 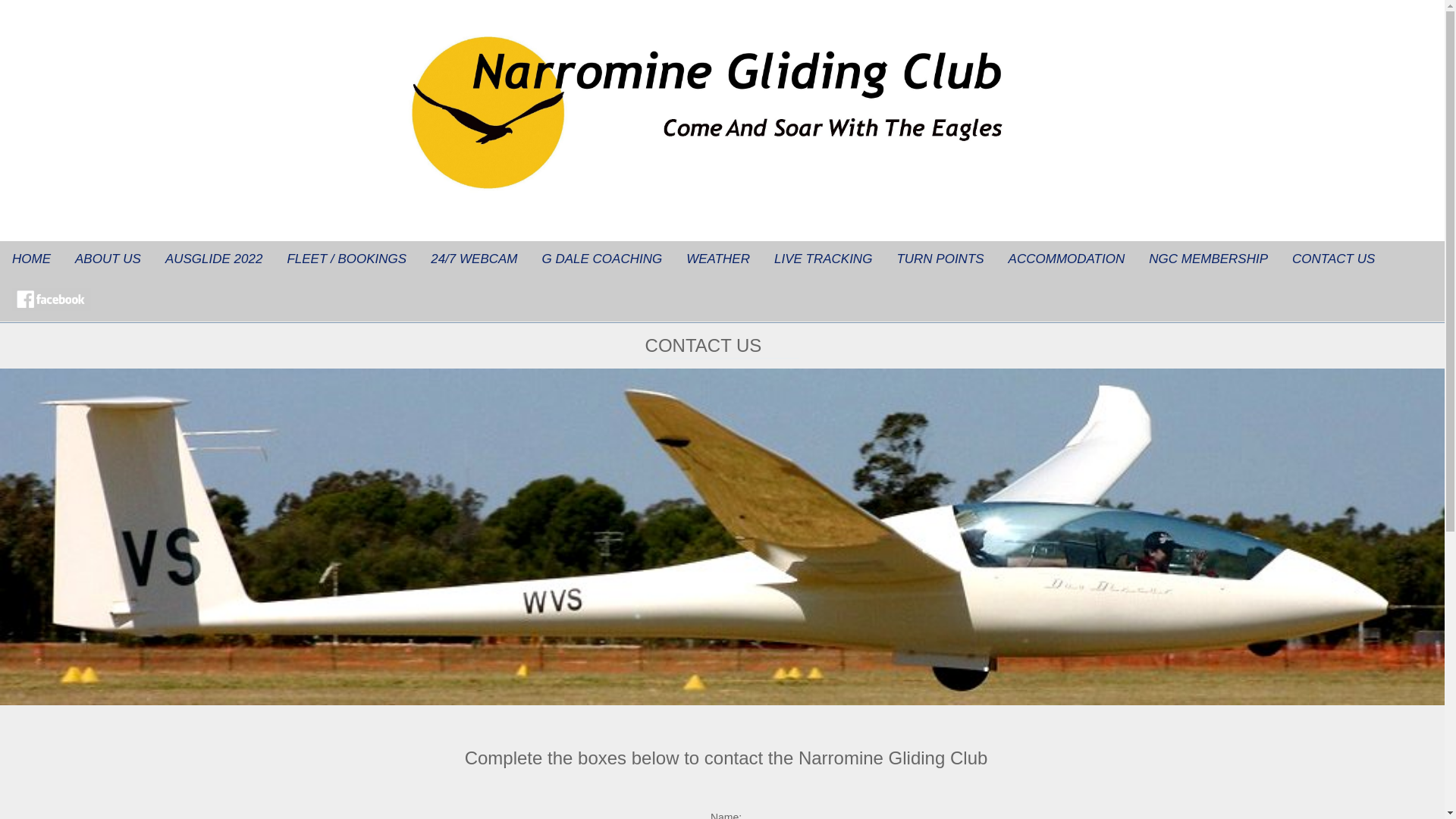 I want to click on 'LIVE TRACKING', so click(x=761, y=259).